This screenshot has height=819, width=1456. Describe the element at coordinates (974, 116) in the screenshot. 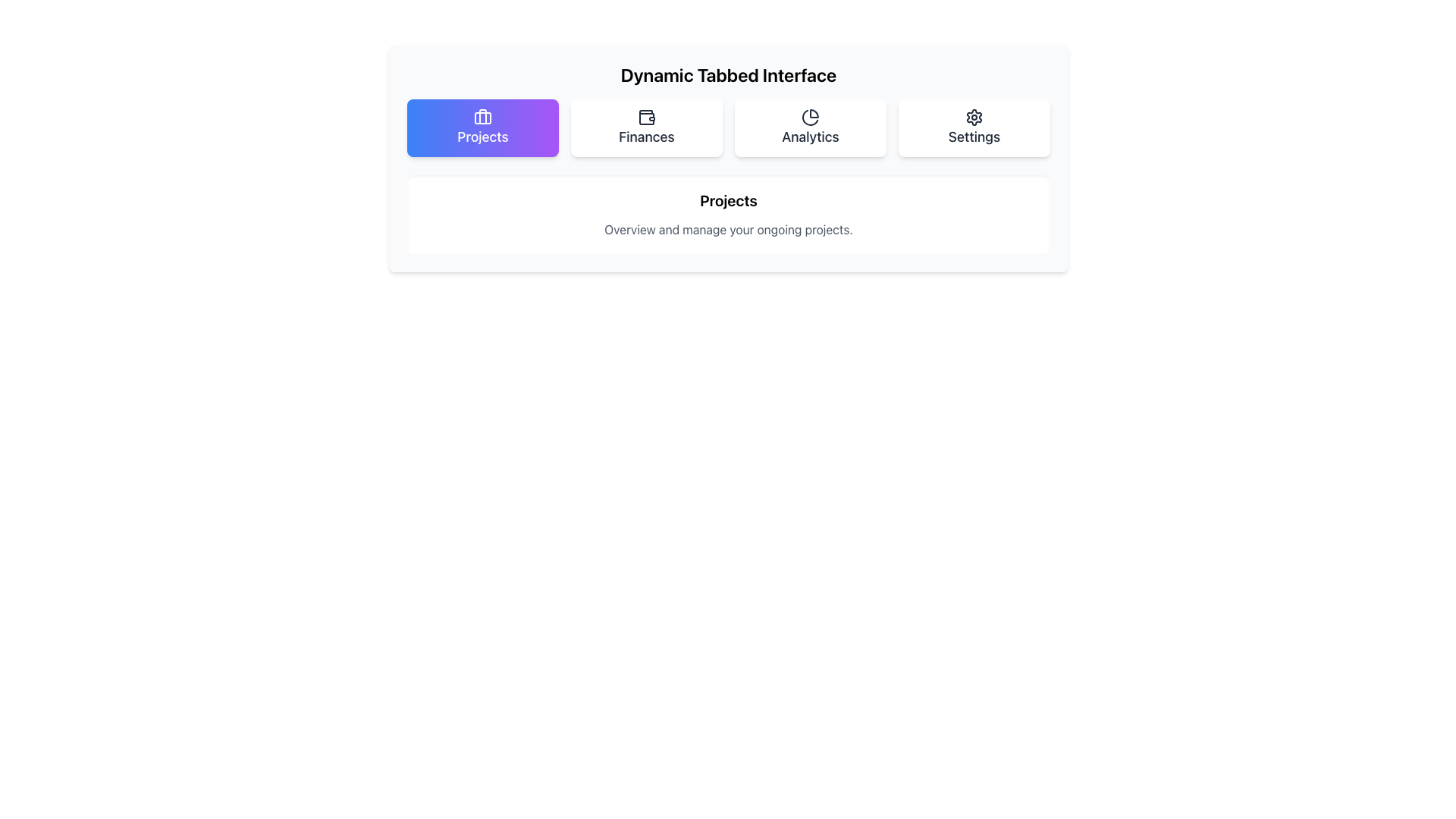

I see `the 'Settings' icon, which is located in the top right corner of the interface tab group and is positioned above the text 'Settings'` at that location.